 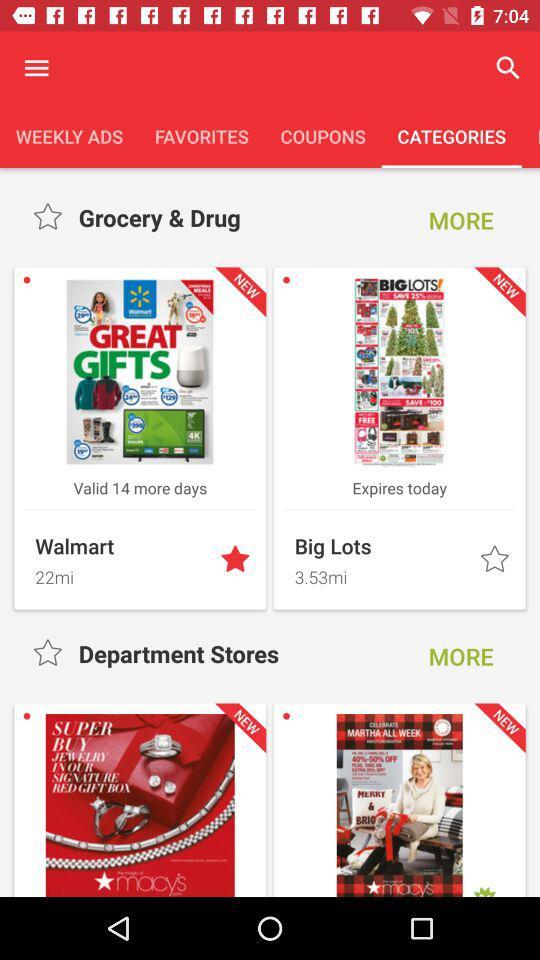 I want to click on change rating of item, so click(x=49, y=217).